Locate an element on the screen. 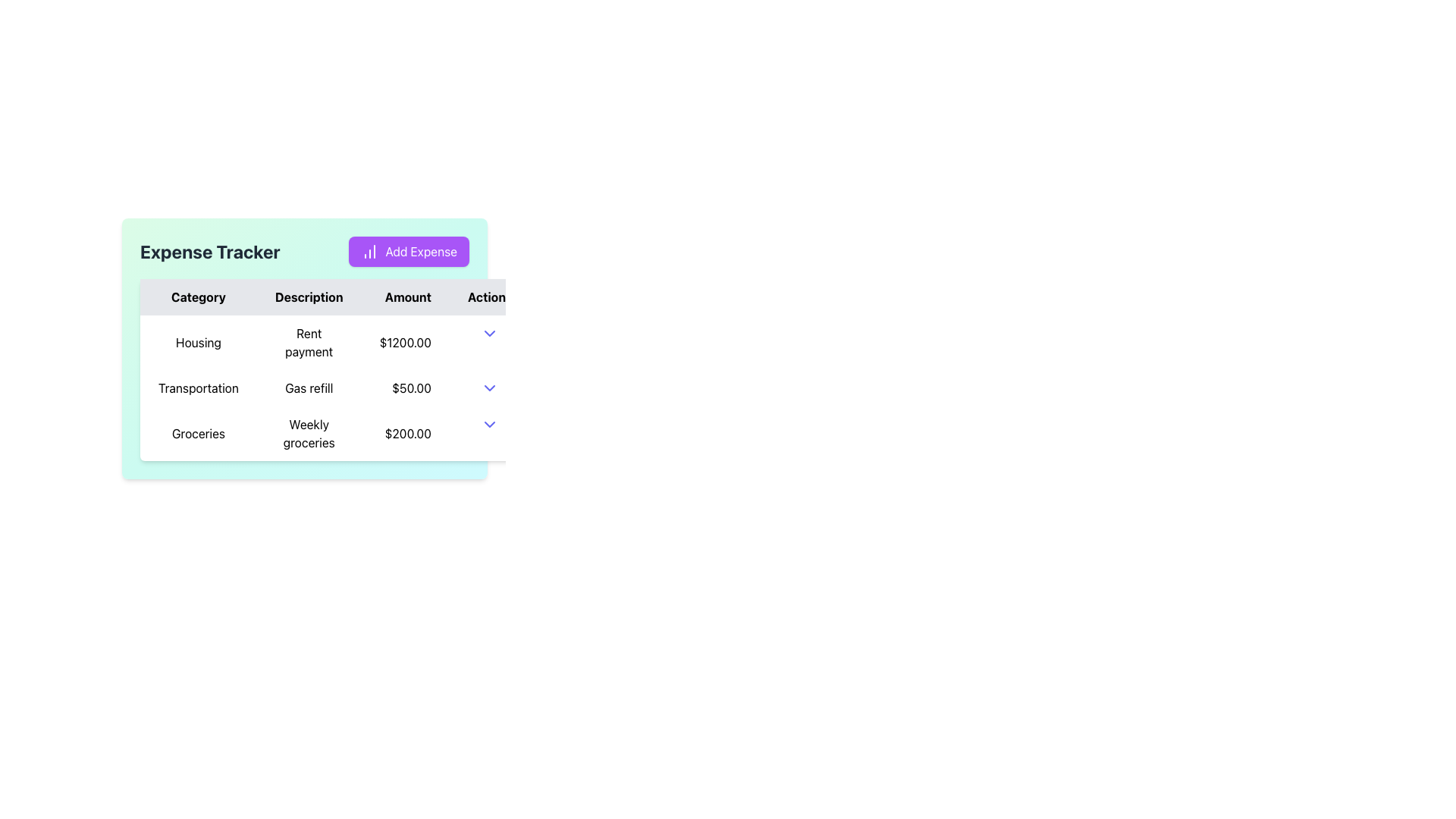 This screenshot has height=819, width=1456. the indigo-colored dropdown toggle icon in the 'Action' column of the last row, which indicates a dropdown menu for 'Weekly groceries' is located at coordinates (490, 424).